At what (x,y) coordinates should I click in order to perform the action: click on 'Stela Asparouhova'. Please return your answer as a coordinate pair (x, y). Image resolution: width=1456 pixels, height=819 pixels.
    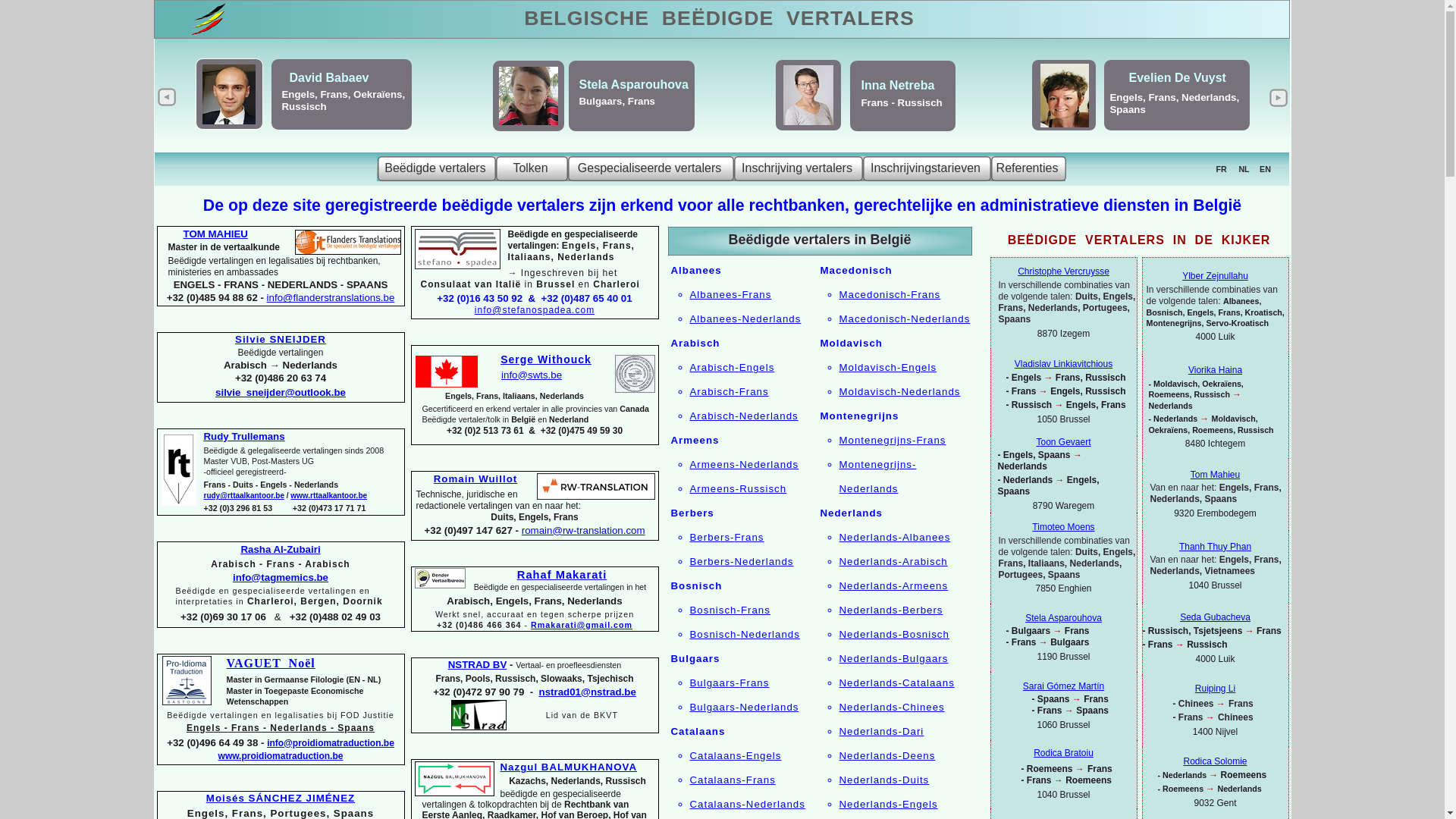
    Looking at the image, I should click on (1062, 617).